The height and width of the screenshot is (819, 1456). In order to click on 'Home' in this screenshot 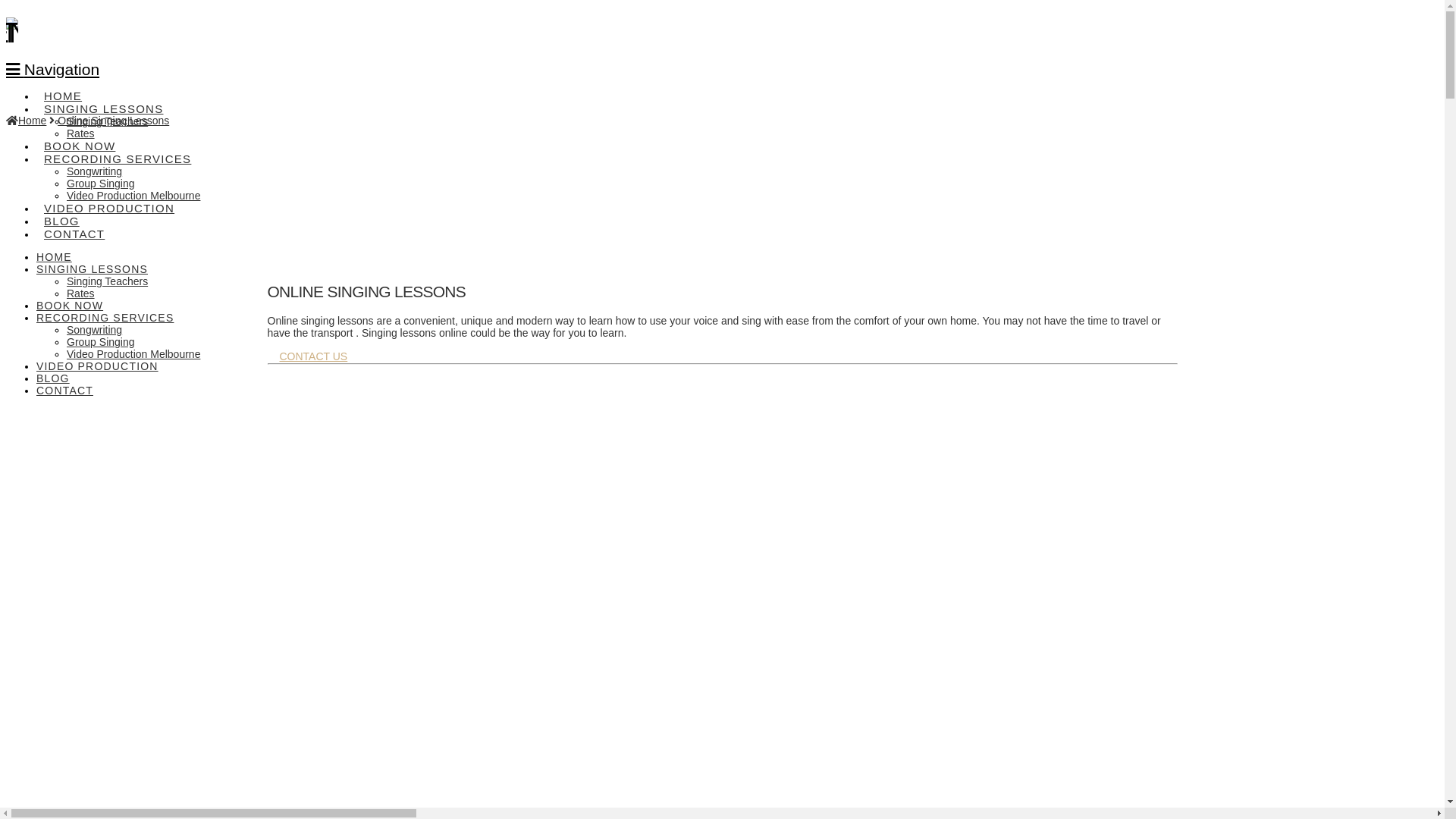, I will do `click(6, 119)`.